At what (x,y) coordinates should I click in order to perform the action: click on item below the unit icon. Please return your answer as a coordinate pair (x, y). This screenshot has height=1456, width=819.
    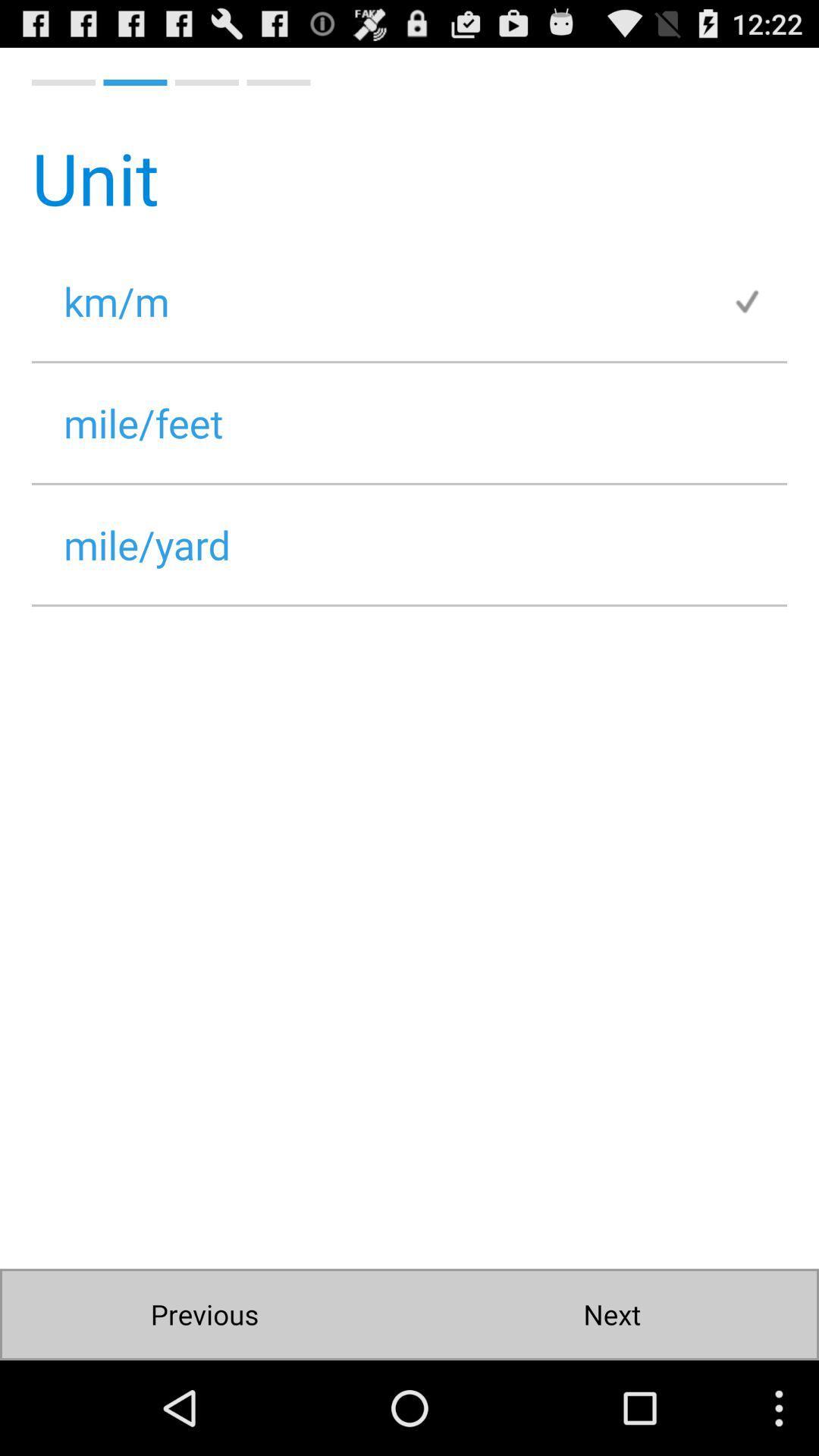
    Looking at the image, I should click on (759, 301).